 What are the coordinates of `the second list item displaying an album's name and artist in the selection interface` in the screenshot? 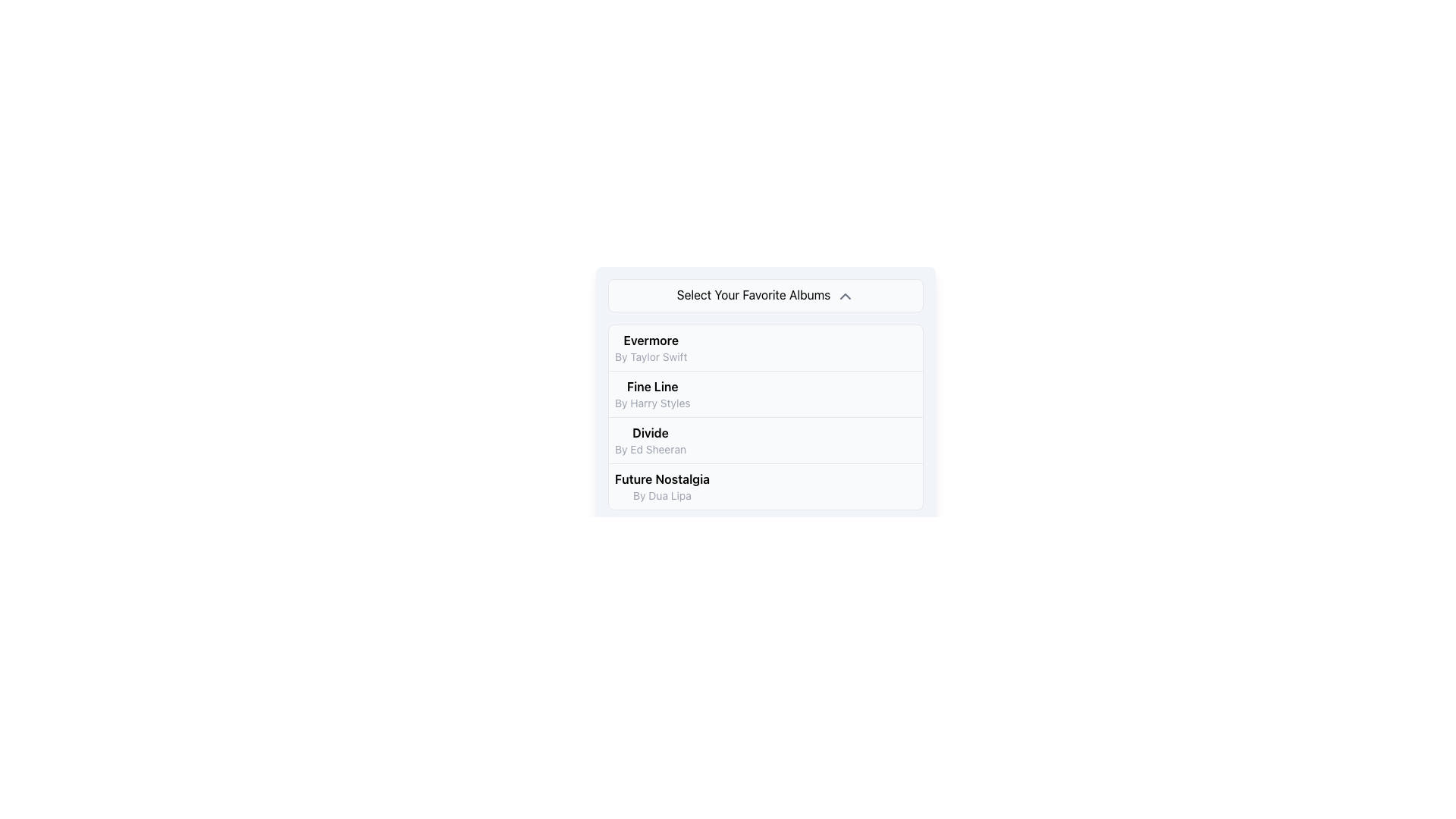 It's located at (765, 382).